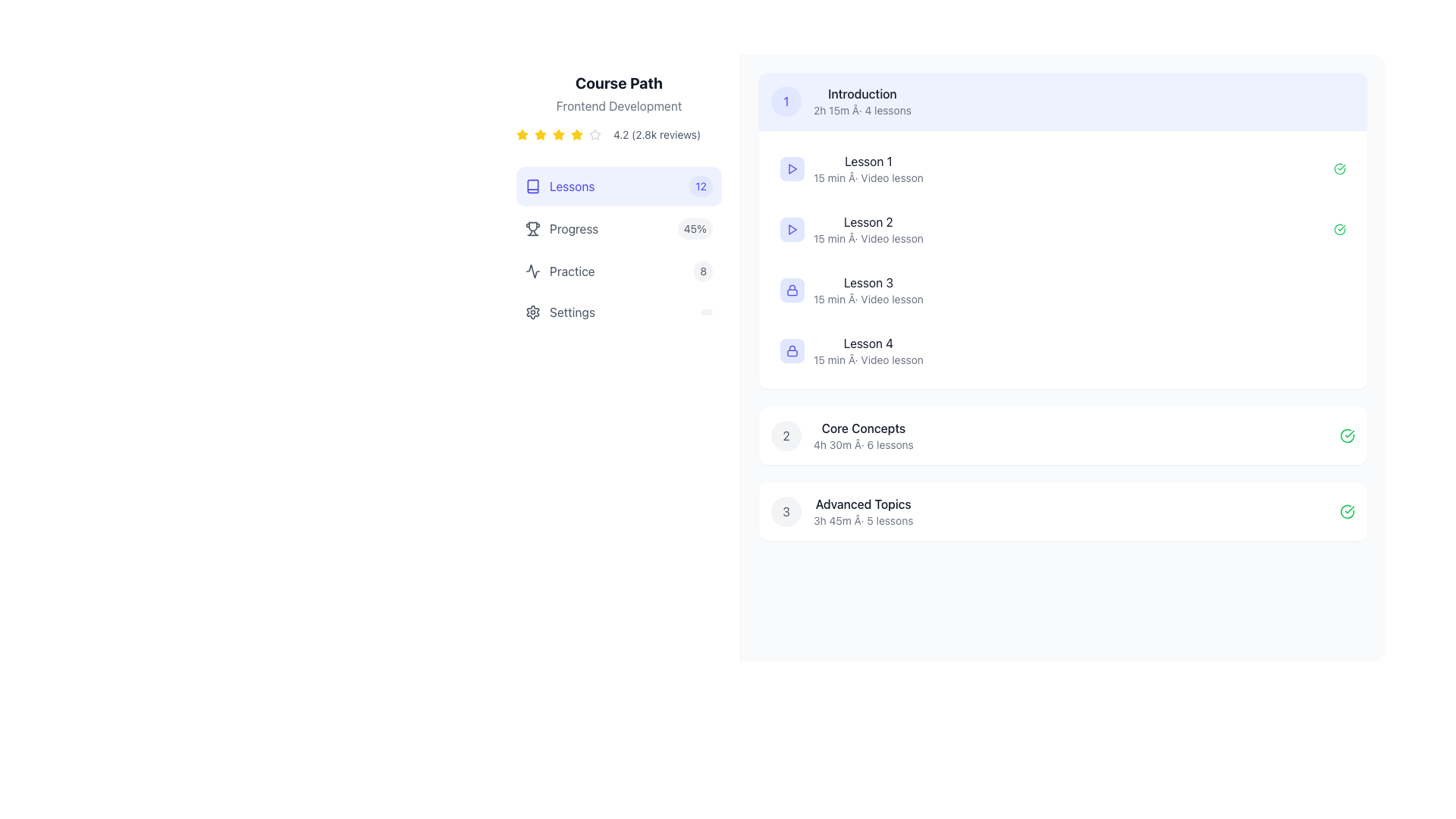 This screenshot has height=819, width=1456. Describe the element at coordinates (786, 512) in the screenshot. I see `the small circular Numerical badge with a light gray background and a central dark gray numeral '3', located in the 'Advanced Topics' section of the course content list` at that location.